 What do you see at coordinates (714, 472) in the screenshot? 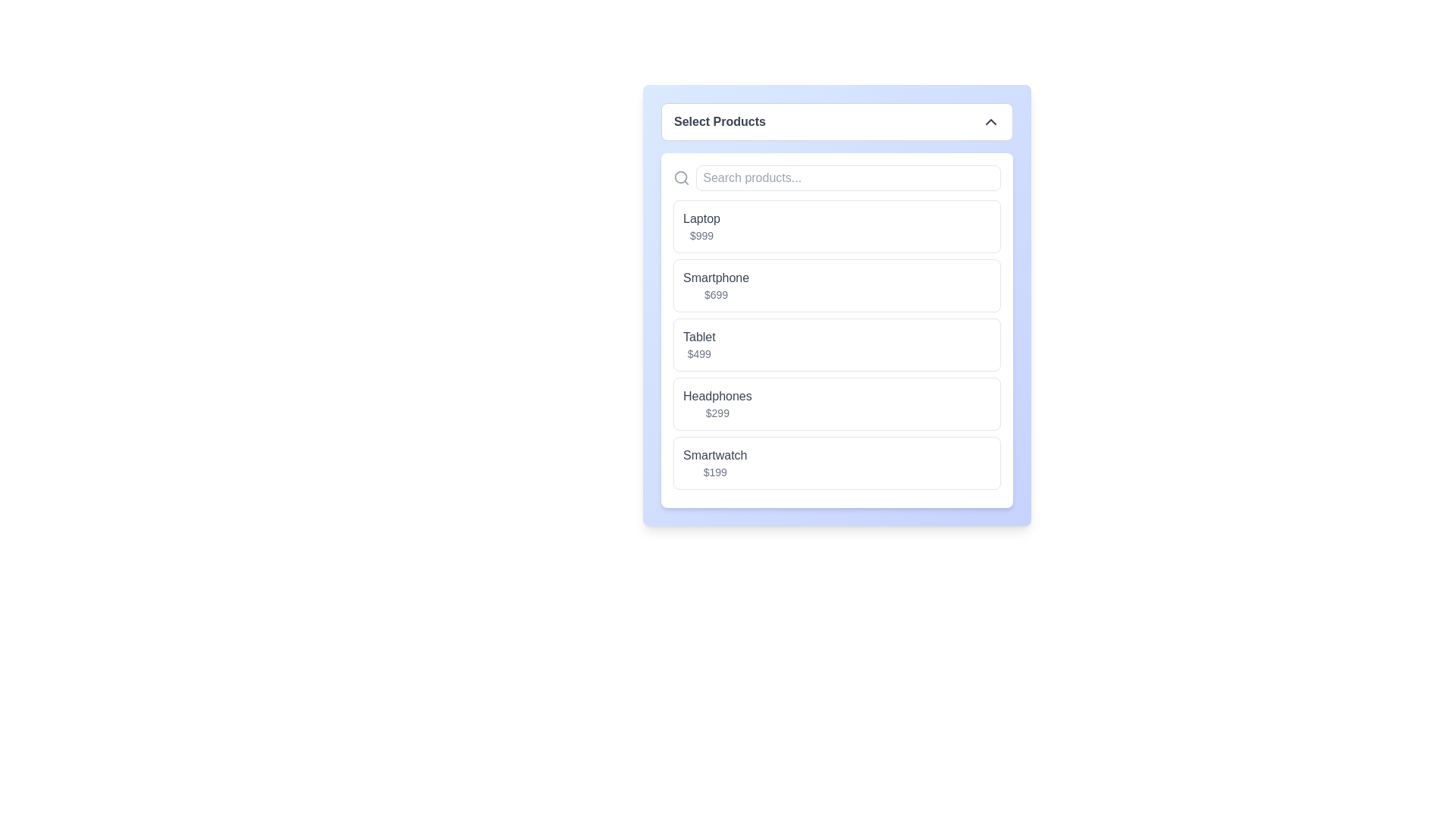
I see `the price displayed in the label located at the lower portion of the 'Smartwatch' item block in the product selection interface` at bounding box center [714, 472].